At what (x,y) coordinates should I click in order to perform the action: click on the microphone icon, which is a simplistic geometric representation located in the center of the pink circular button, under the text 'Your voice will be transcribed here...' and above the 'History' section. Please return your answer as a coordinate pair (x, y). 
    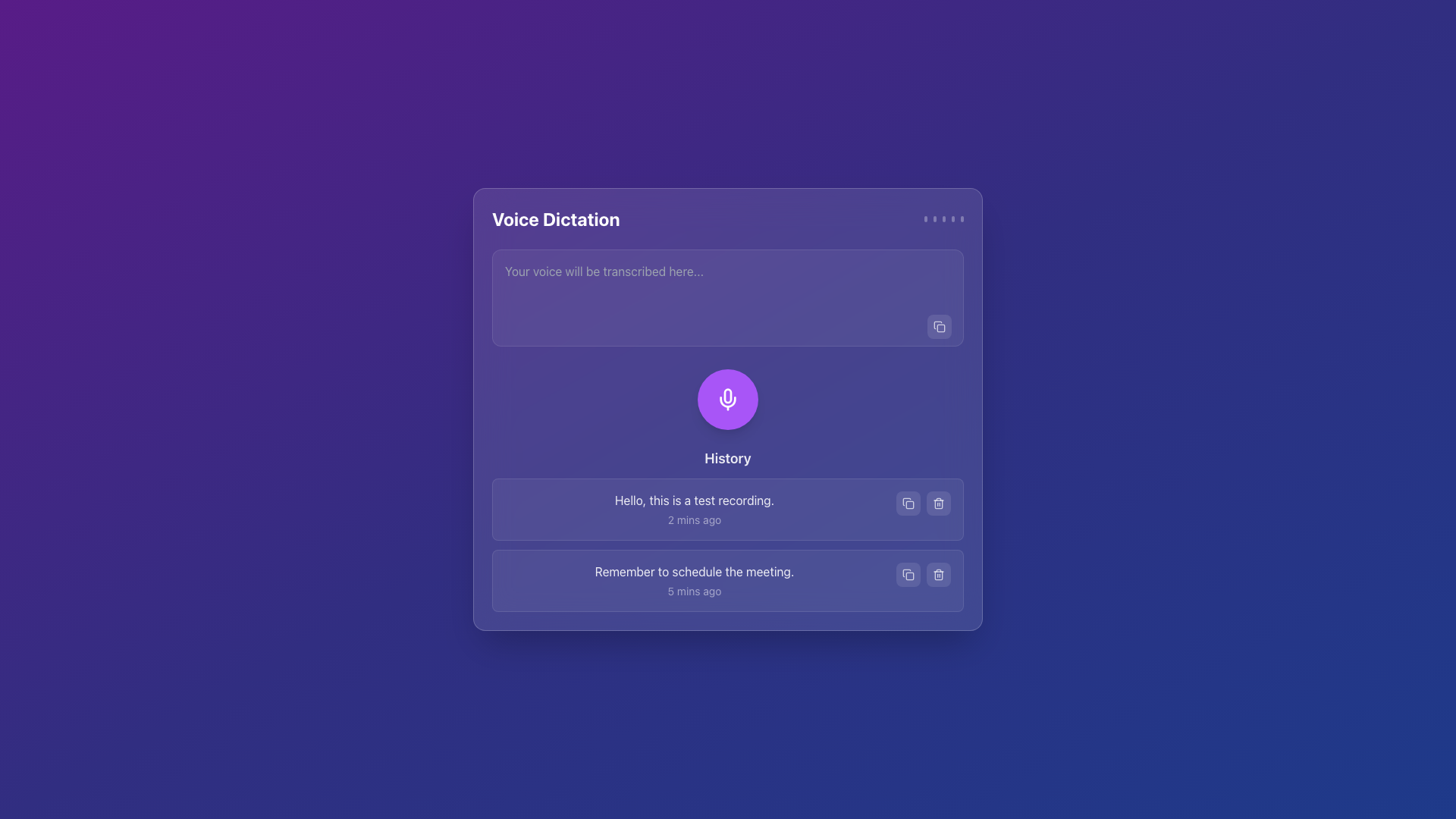
    Looking at the image, I should click on (728, 394).